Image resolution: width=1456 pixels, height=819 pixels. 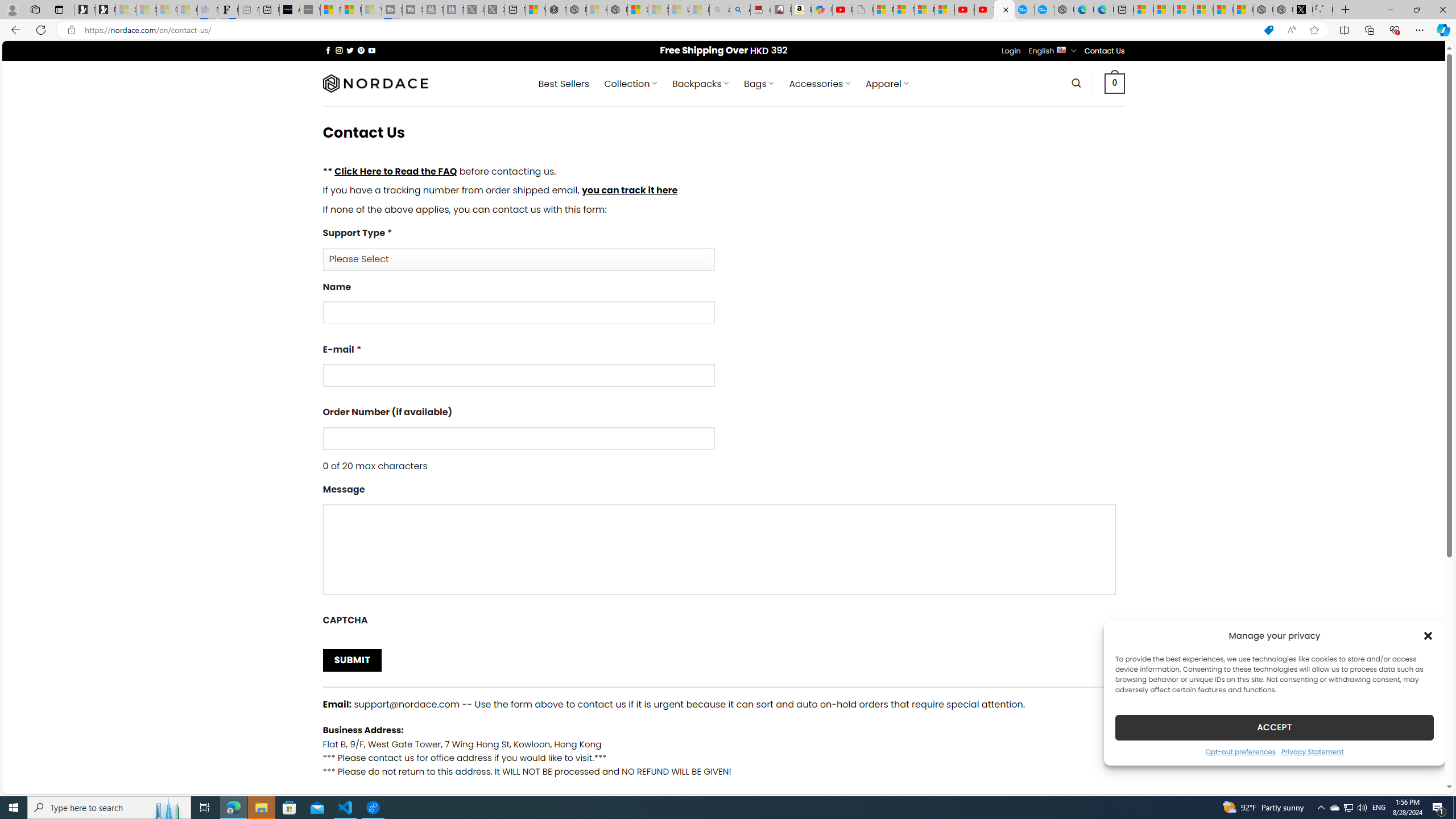 I want to click on 'This site has coupons! Shopping in Microsoft Edge', so click(x=1268, y=30).